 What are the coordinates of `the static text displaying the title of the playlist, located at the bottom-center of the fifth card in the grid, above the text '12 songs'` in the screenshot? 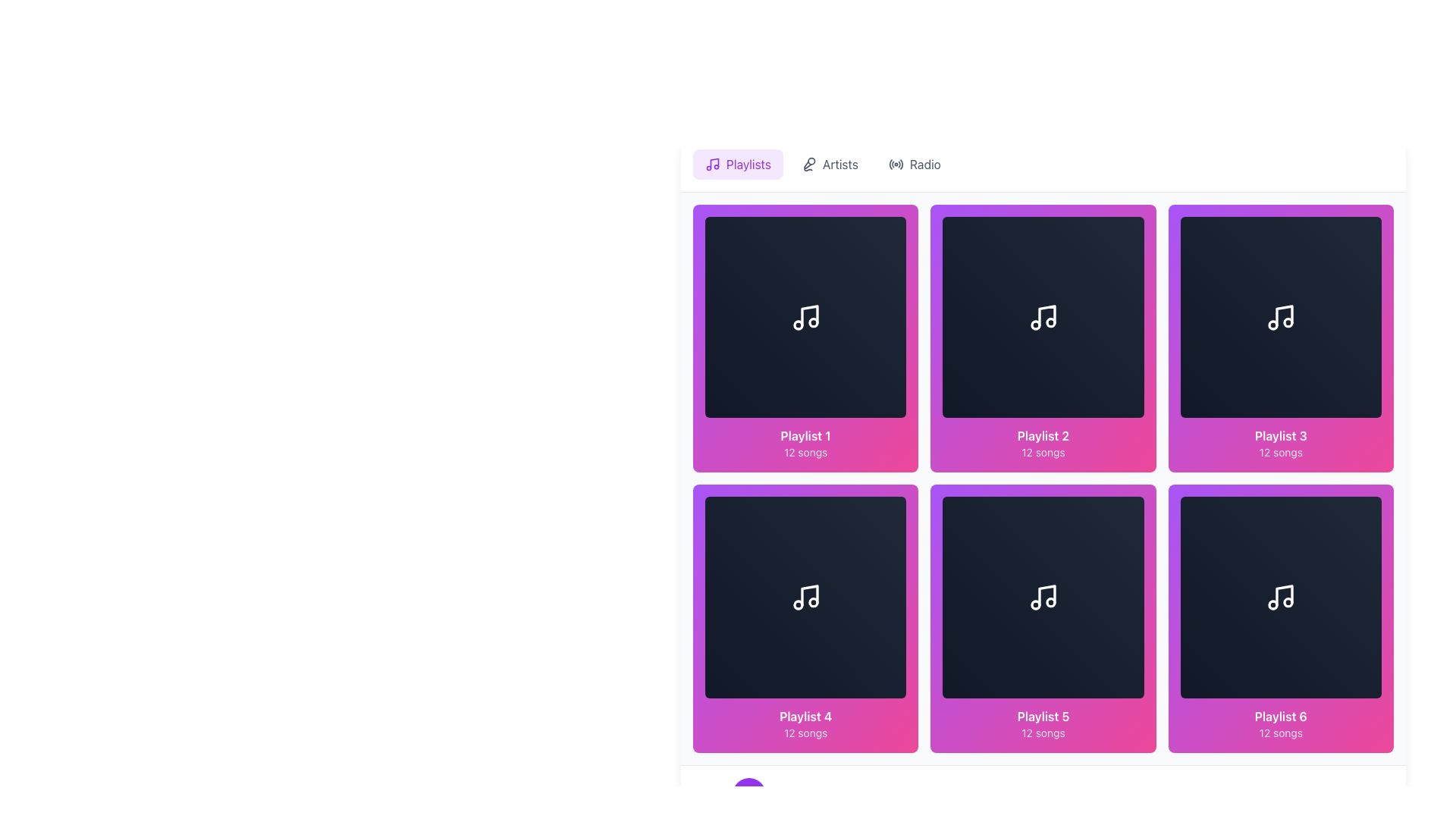 It's located at (1043, 716).